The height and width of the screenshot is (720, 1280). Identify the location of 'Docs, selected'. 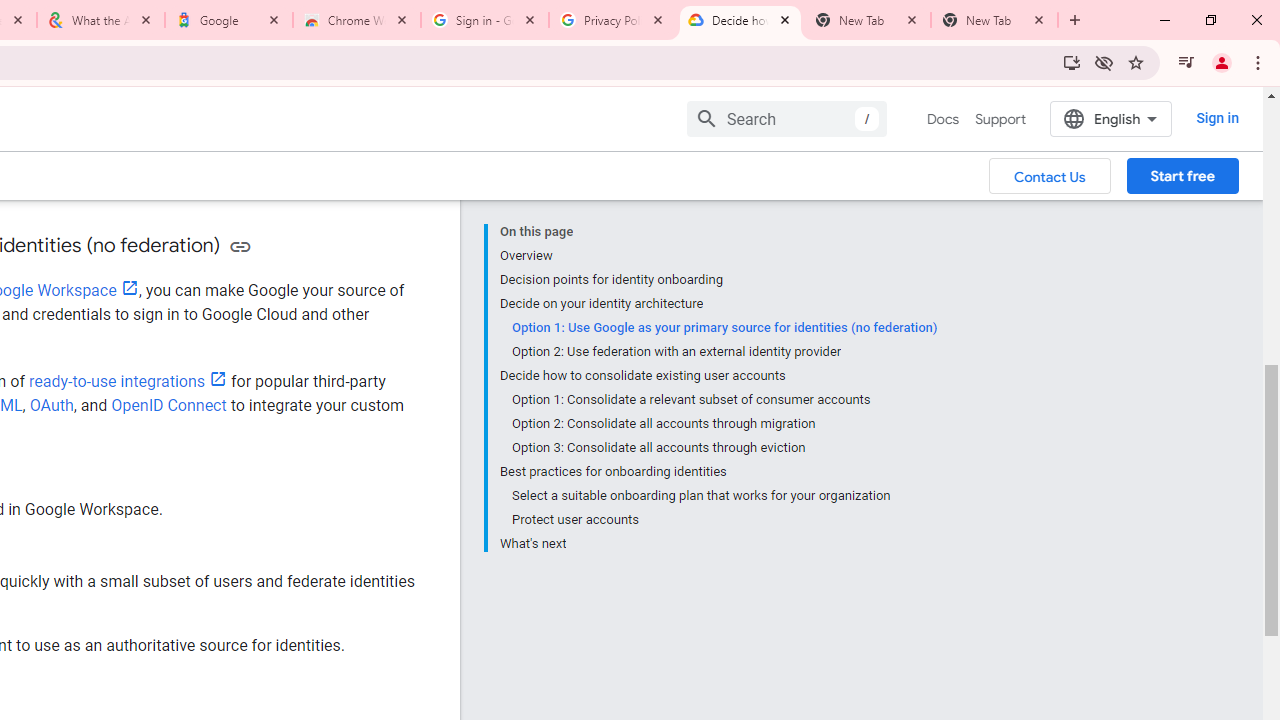
(941, 119).